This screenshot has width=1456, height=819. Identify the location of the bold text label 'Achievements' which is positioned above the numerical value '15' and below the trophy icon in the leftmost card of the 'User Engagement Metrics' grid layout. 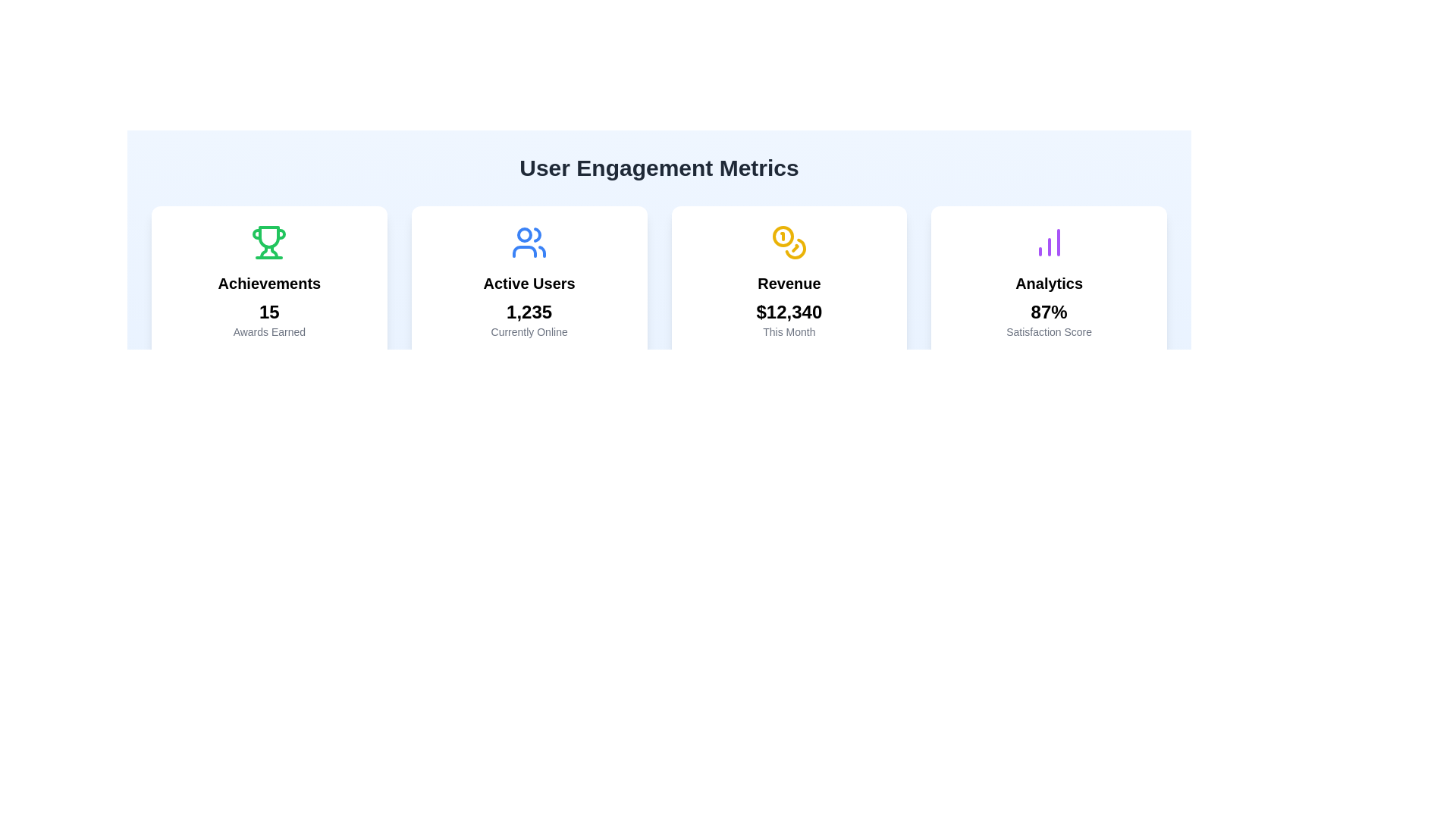
(269, 284).